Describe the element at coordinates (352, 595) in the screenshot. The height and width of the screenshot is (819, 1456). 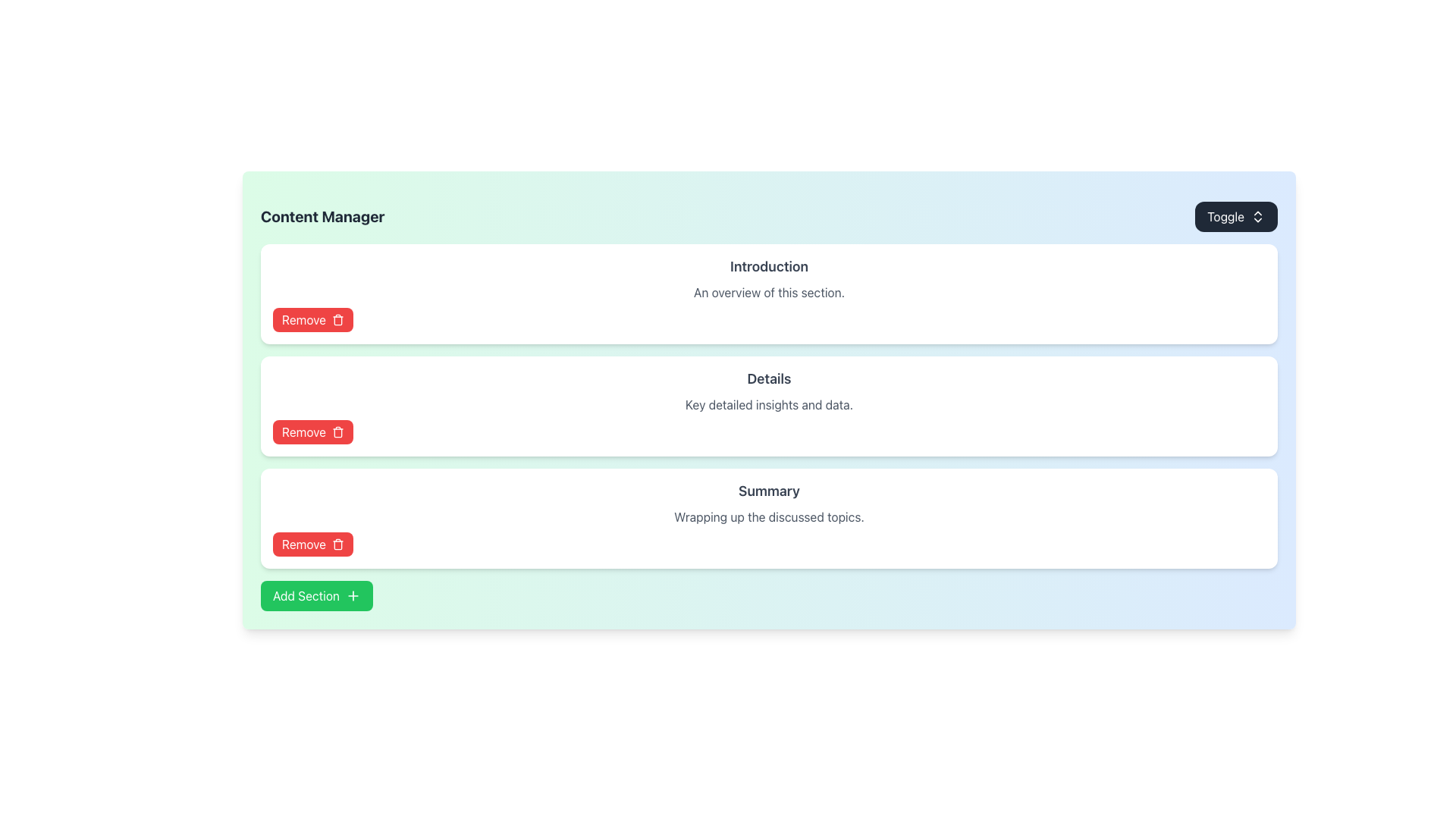
I see `the decorative SVG vector graphic icon that visually represents the addition operation, located immediately to the right of the 'Add Section' button's label, centered vertically within the button's boundaries` at that location.